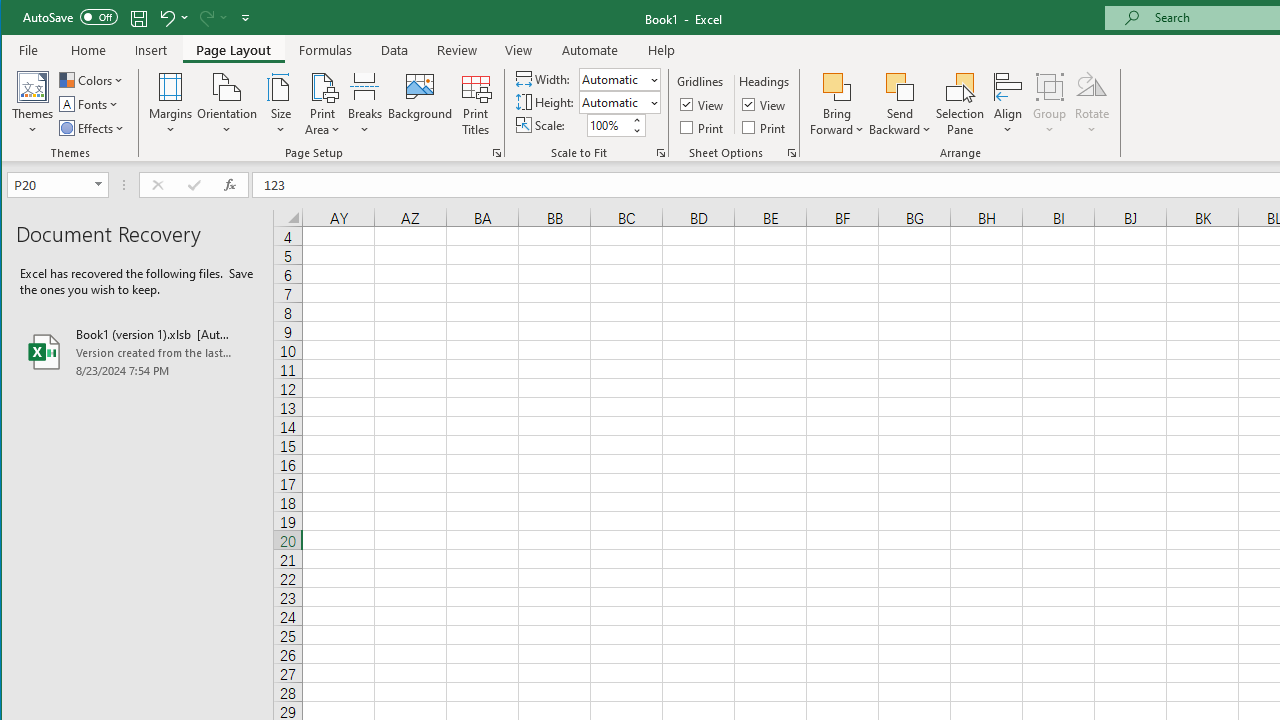 The height and width of the screenshot is (720, 1280). Describe the element at coordinates (170, 104) in the screenshot. I see `'Margins'` at that location.